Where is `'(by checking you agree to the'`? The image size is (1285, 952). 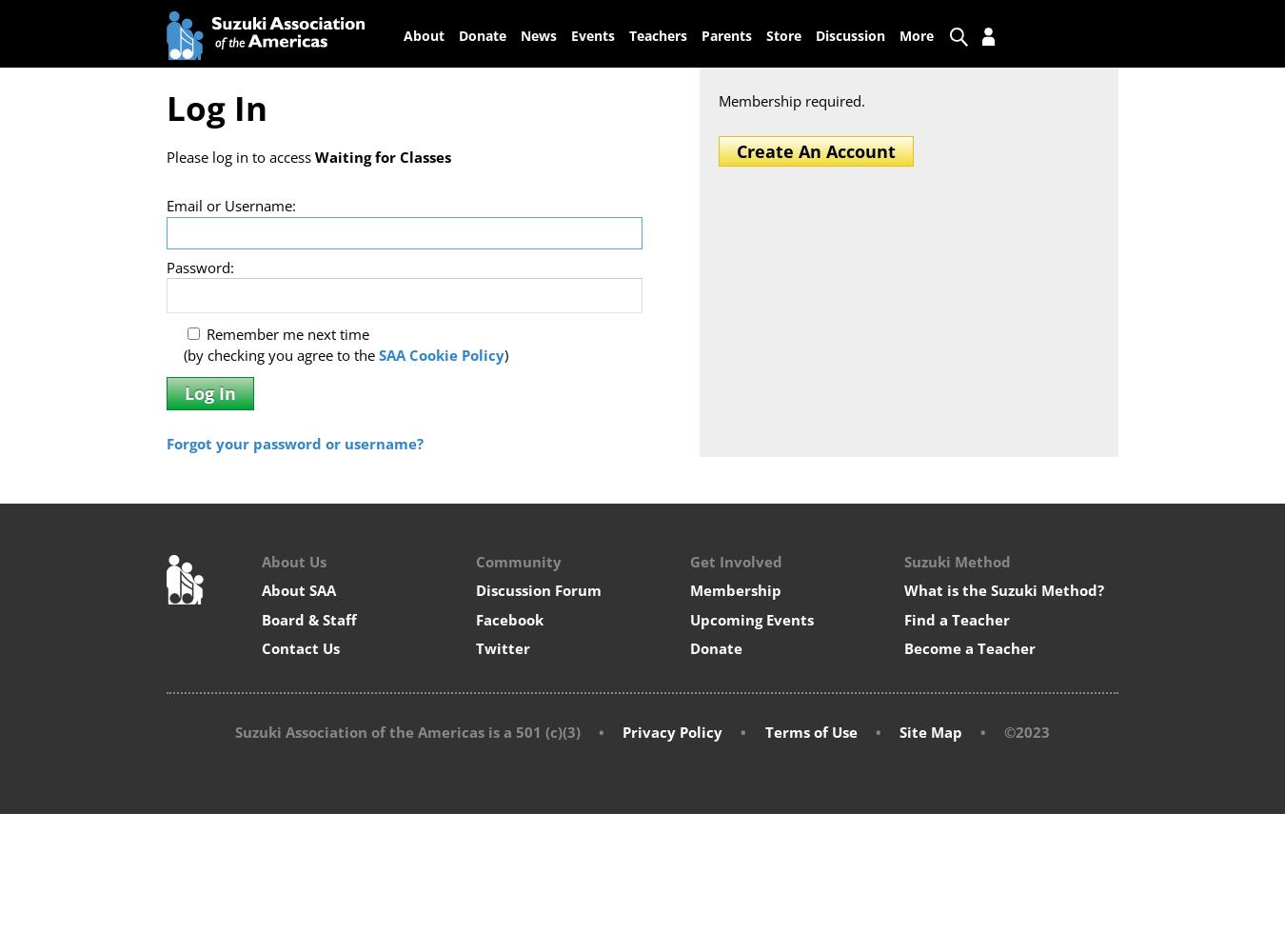 '(by checking you agree to the' is located at coordinates (279, 354).